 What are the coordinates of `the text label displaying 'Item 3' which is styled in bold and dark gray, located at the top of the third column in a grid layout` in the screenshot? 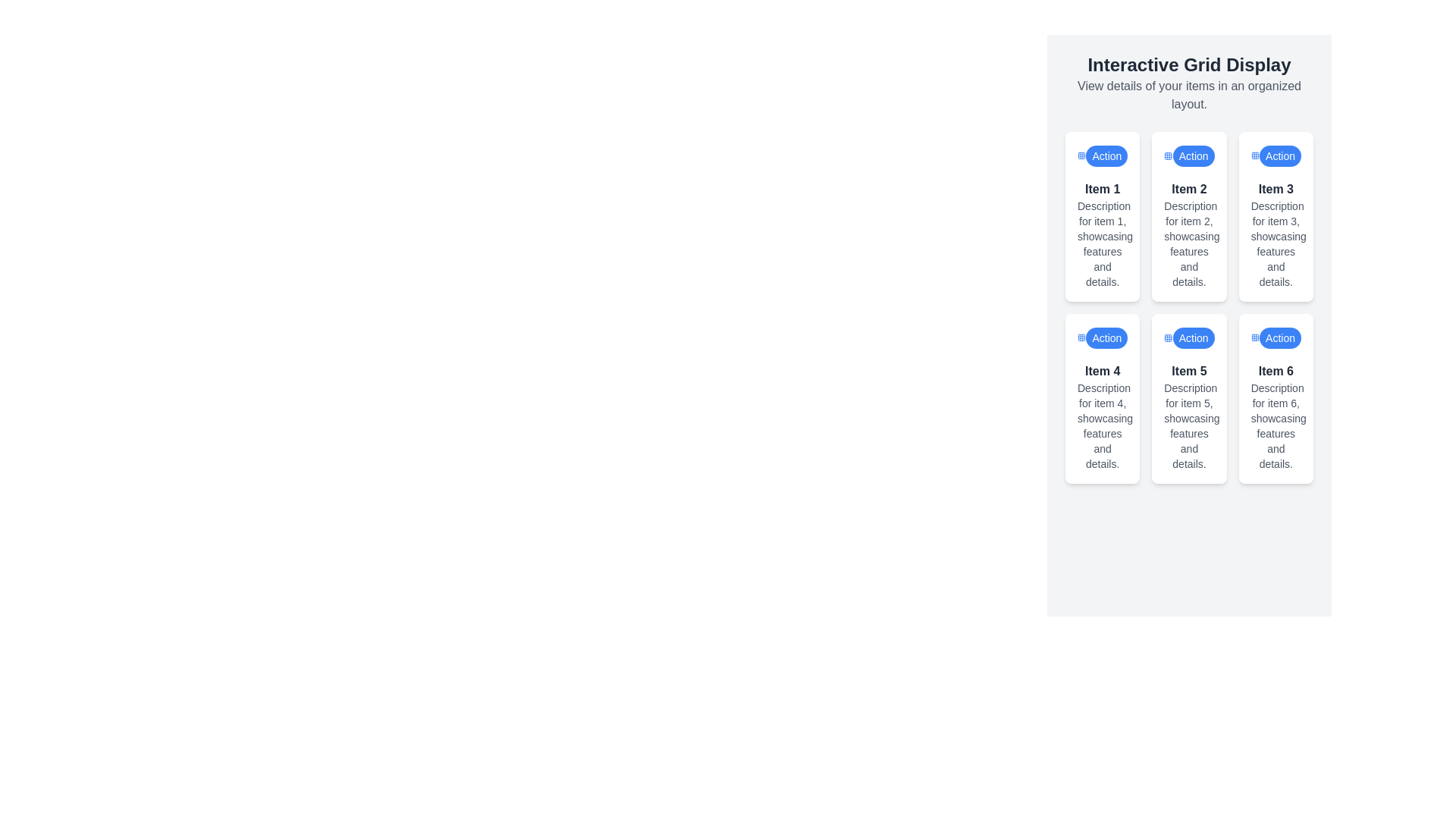 It's located at (1275, 189).